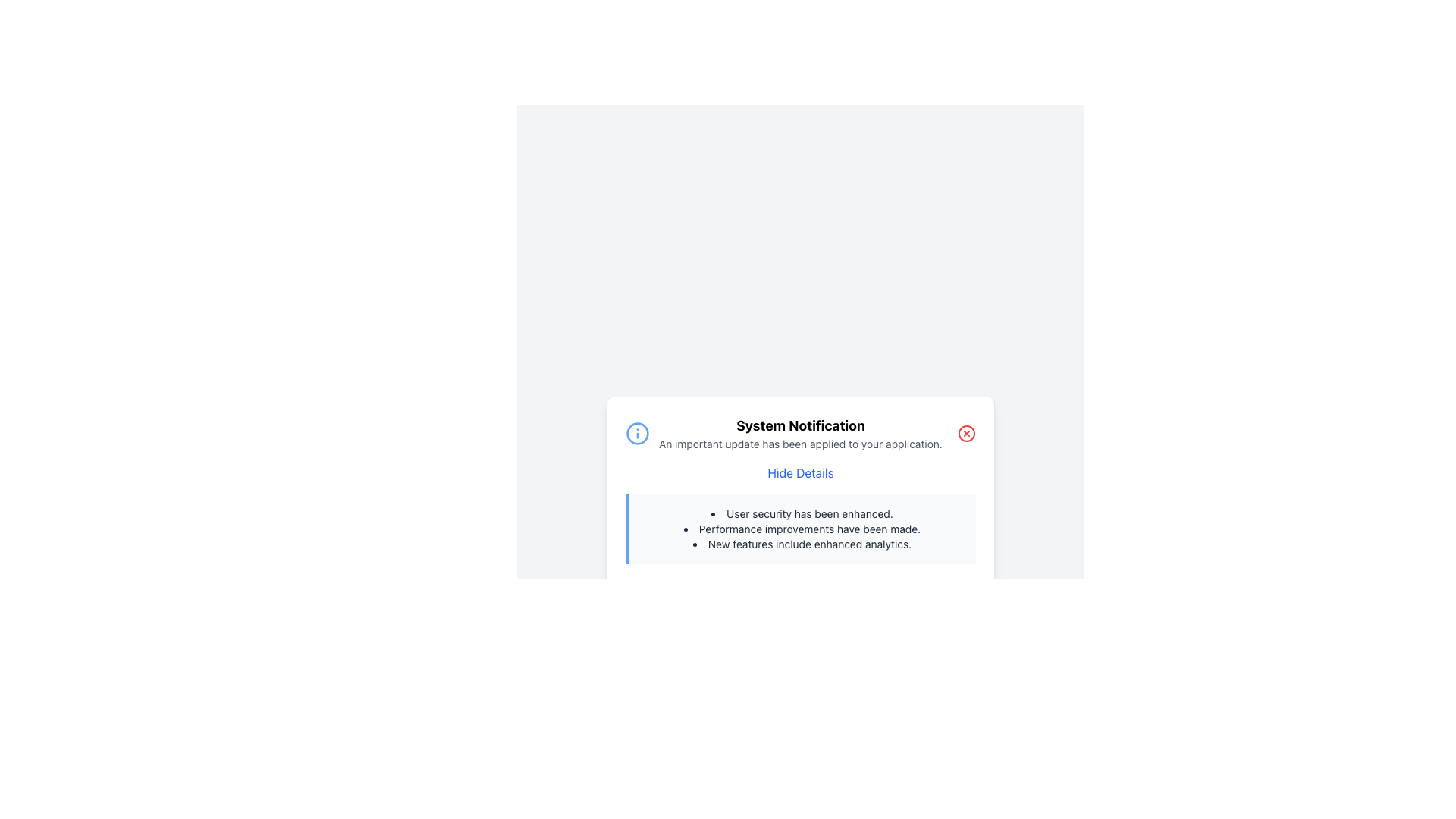 The height and width of the screenshot is (819, 1456). Describe the element at coordinates (800, 433) in the screenshot. I see `text from the Textual Content Block that displays 'System Notification' and 'An important update has been applied to your application.'` at that location.